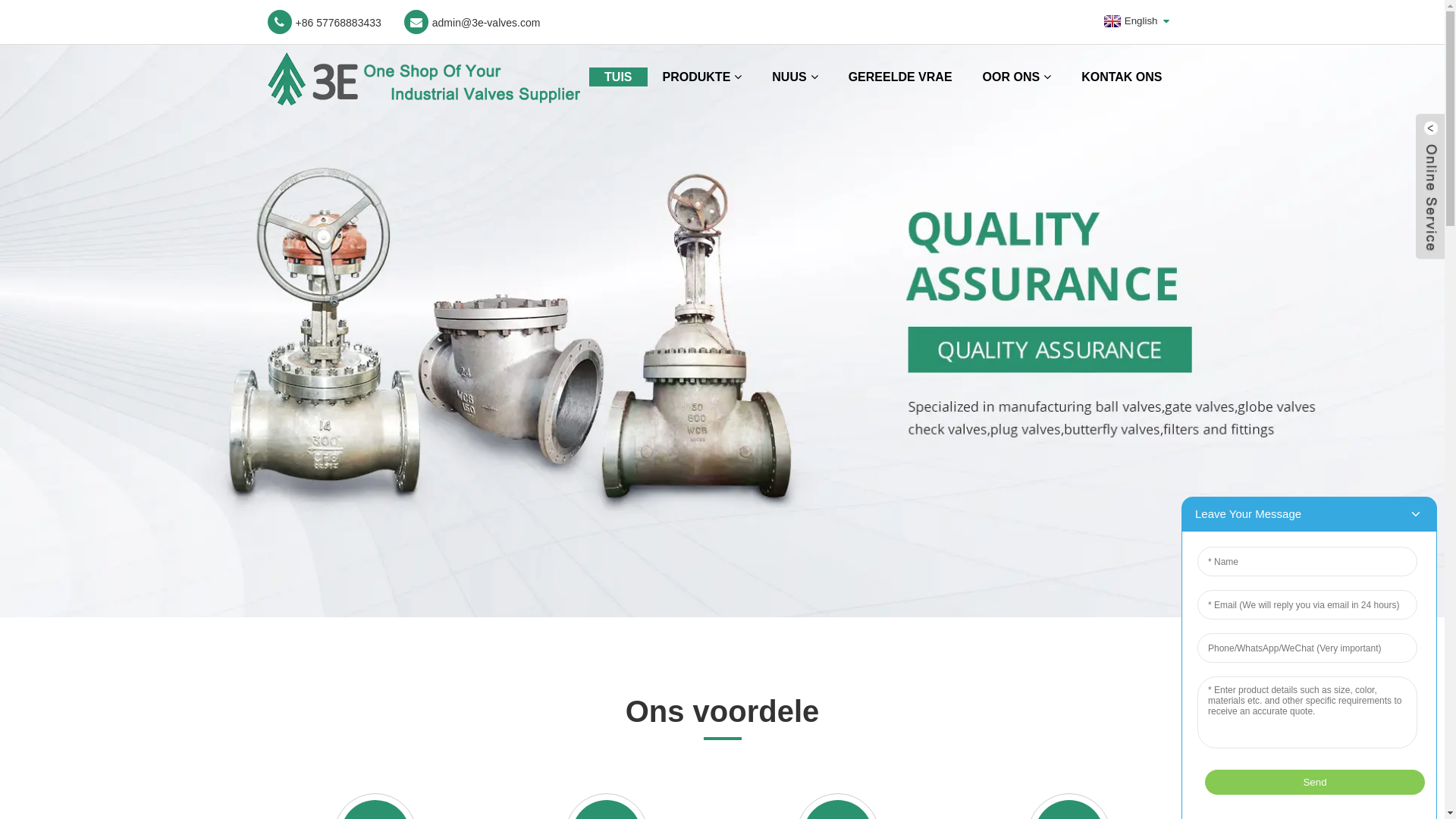  I want to click on 'PRODUKTE', so click(701, 77).